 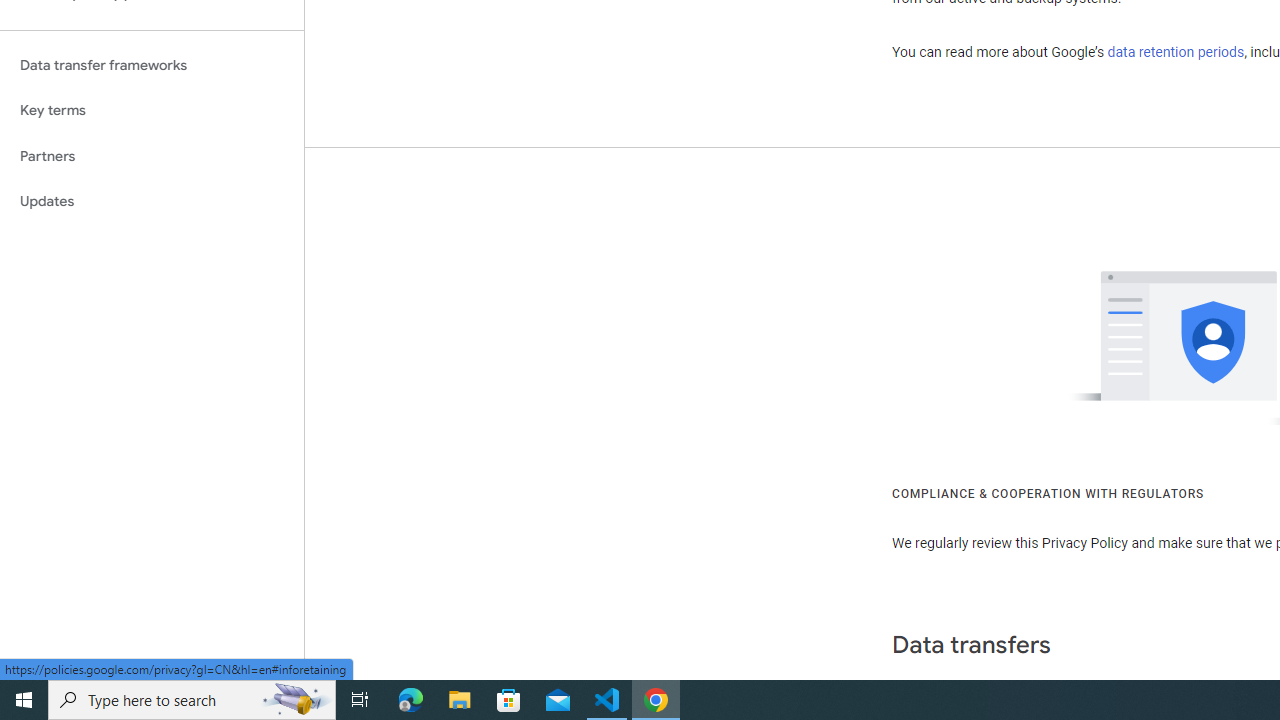 I want to click on 'Data transfer frameworks', so click(x=151, y=64).